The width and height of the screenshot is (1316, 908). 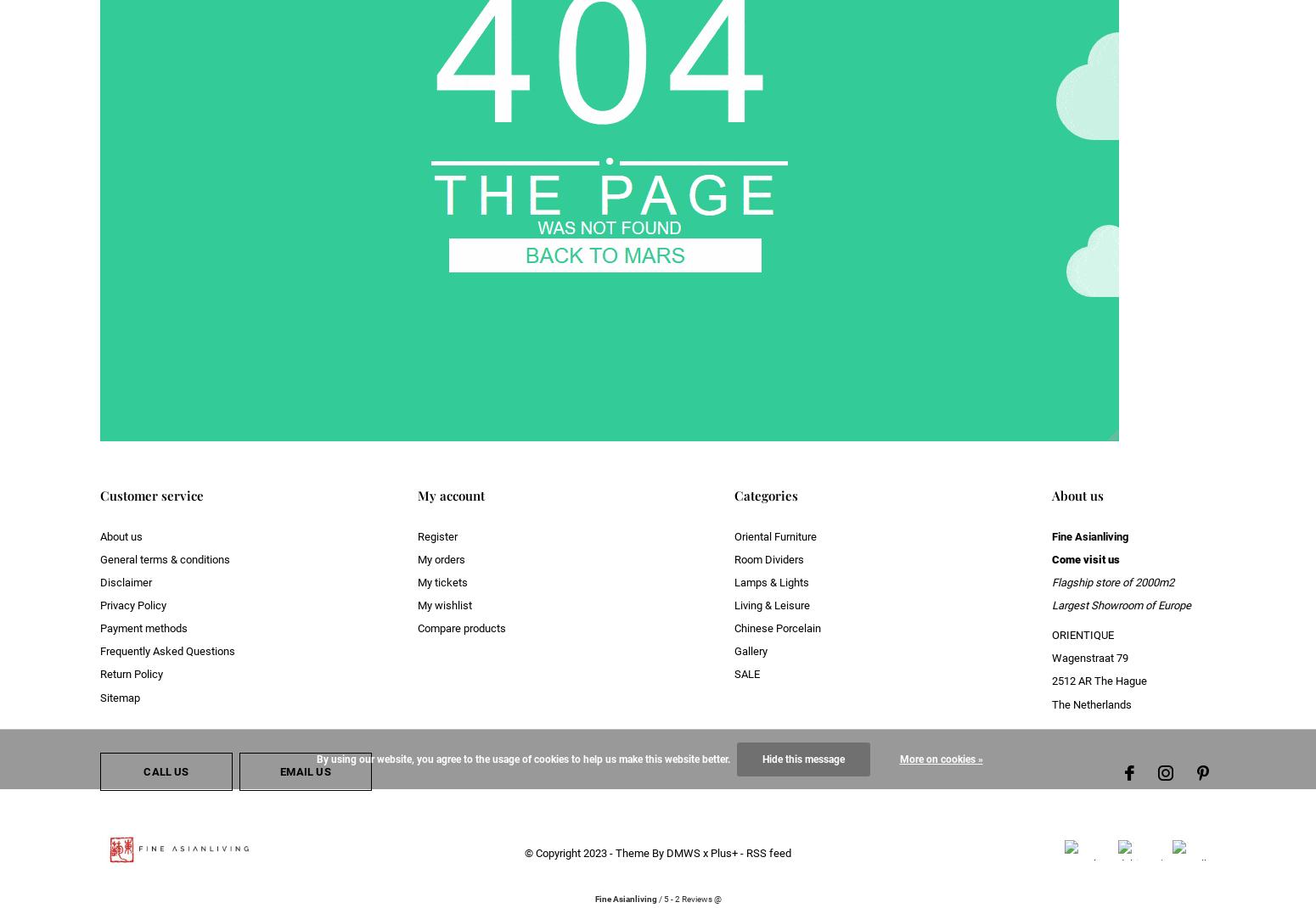 I want to click on 'My tickets', so click(x=441, y=581).